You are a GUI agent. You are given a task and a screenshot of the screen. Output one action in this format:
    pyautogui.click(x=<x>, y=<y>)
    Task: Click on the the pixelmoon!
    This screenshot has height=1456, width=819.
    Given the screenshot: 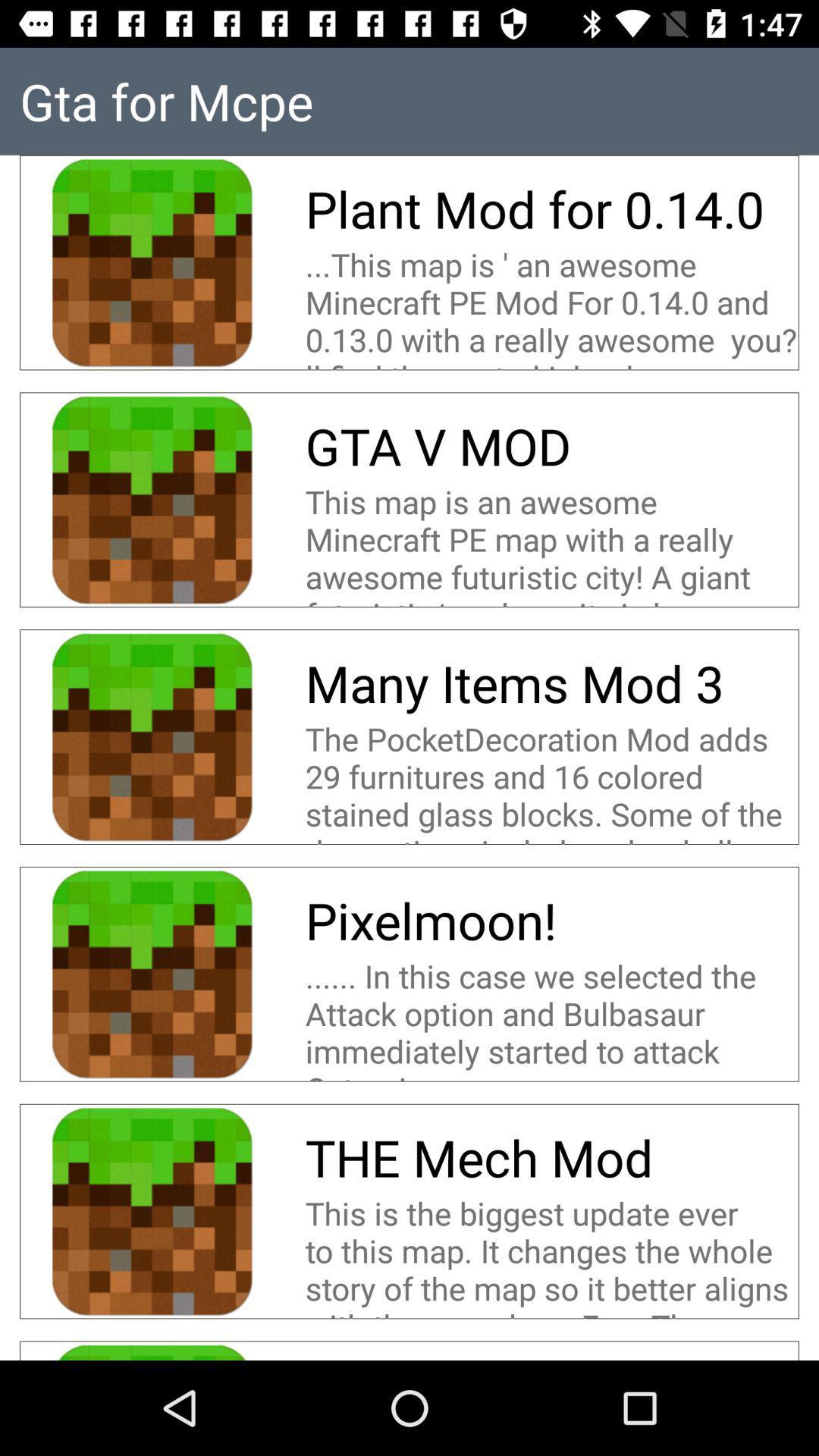 What is the action you would take?
    pyautogui.click(x=431, y=919)
    